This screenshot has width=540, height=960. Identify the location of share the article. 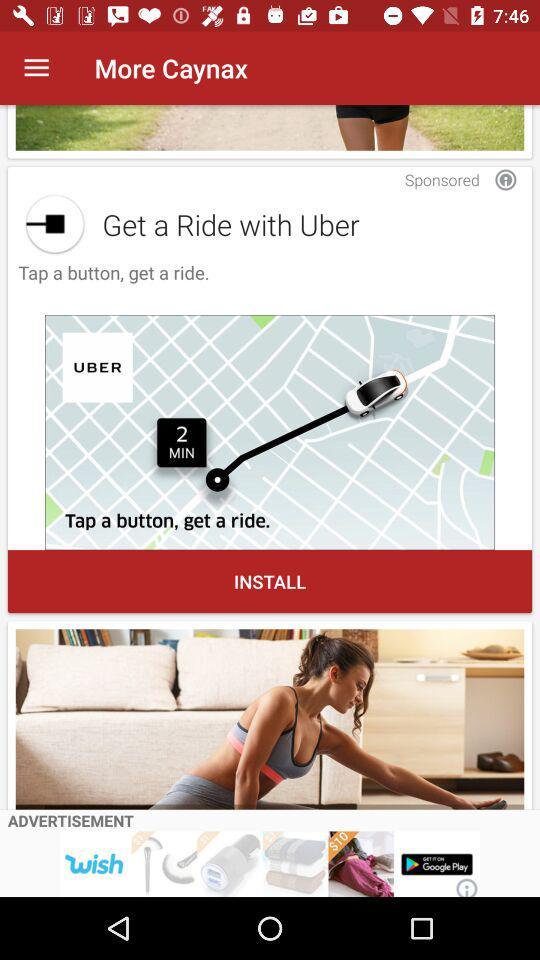
(55, 224).